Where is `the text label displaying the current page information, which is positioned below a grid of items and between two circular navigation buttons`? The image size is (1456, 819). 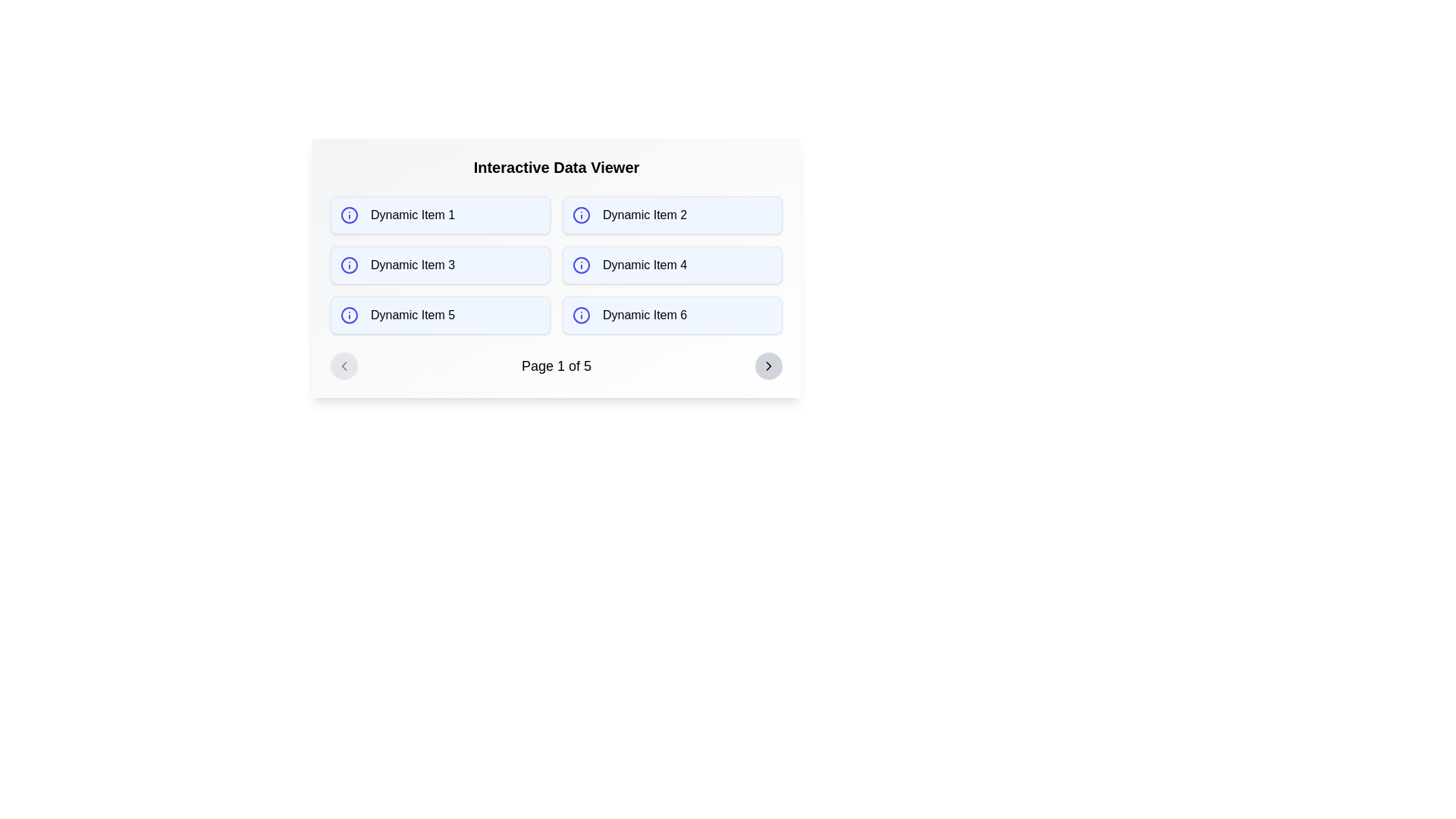 the text label displaying the current page information, which is positioned below a grid of items and between two circular navigation buttons is located at coordinates (556, 366).